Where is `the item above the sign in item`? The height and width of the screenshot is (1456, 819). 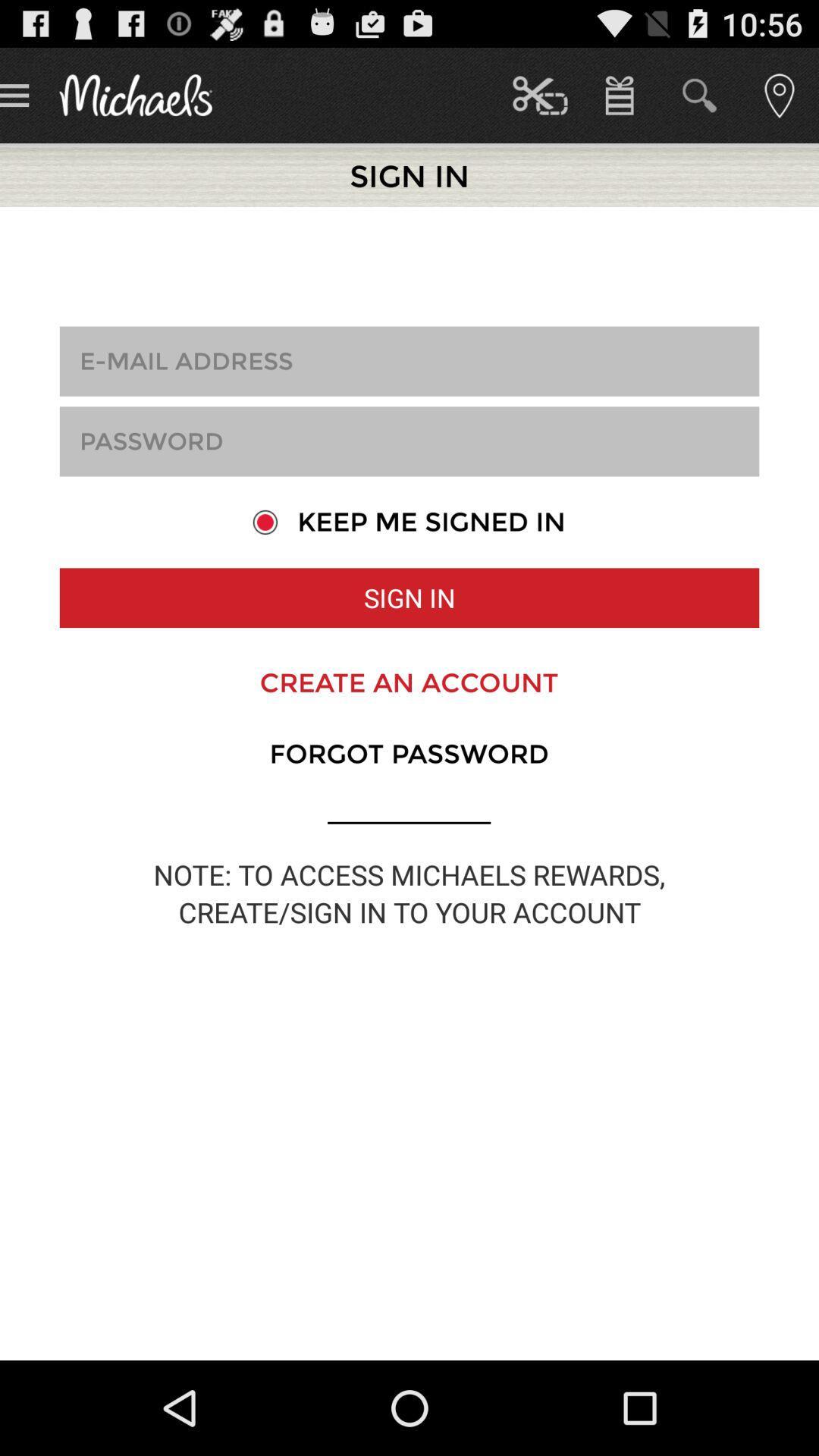
the item above the sign in item is located at coordinates (408, 522).